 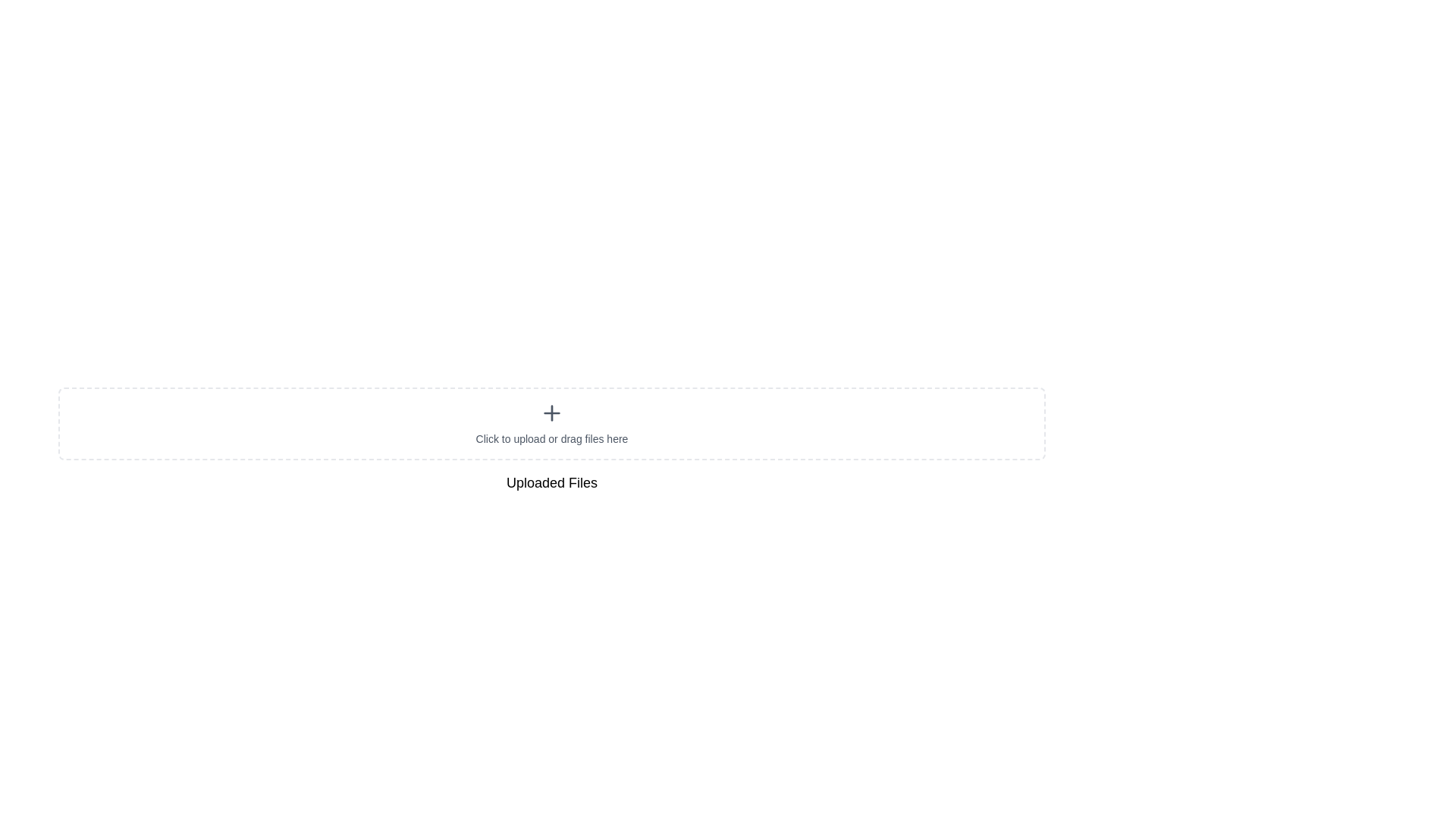 What do you see at coordinates (551, 413) in the screenshot?
I see `the neutral gray 'plus' icon, which is centrally located within the dotted rectangular area labeled 'Click to upload or drag files here', to potentially display a tooltip` at bounding box center [551, 413].